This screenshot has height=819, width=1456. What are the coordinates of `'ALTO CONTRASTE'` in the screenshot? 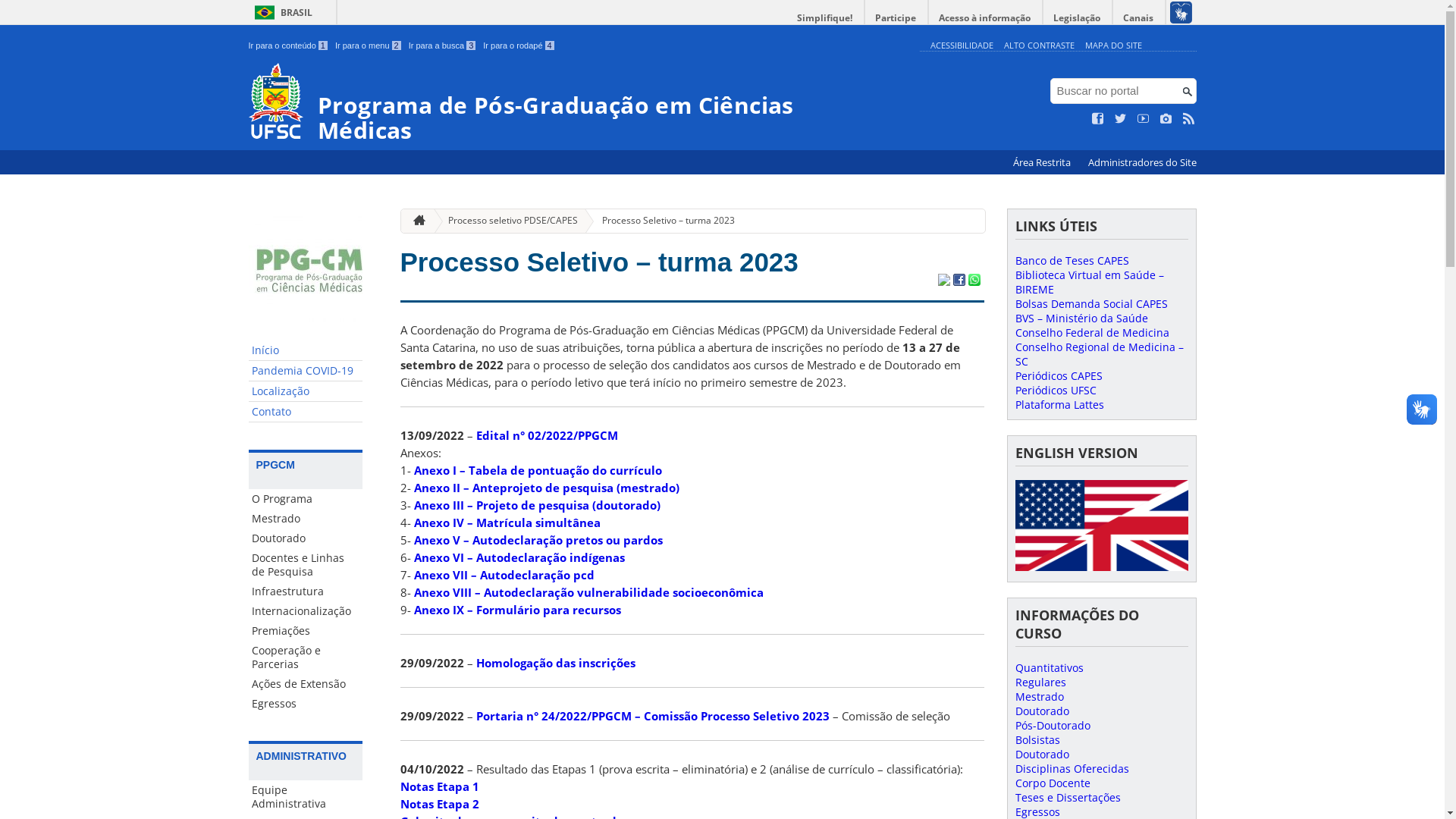 It's located at (1038, 44).